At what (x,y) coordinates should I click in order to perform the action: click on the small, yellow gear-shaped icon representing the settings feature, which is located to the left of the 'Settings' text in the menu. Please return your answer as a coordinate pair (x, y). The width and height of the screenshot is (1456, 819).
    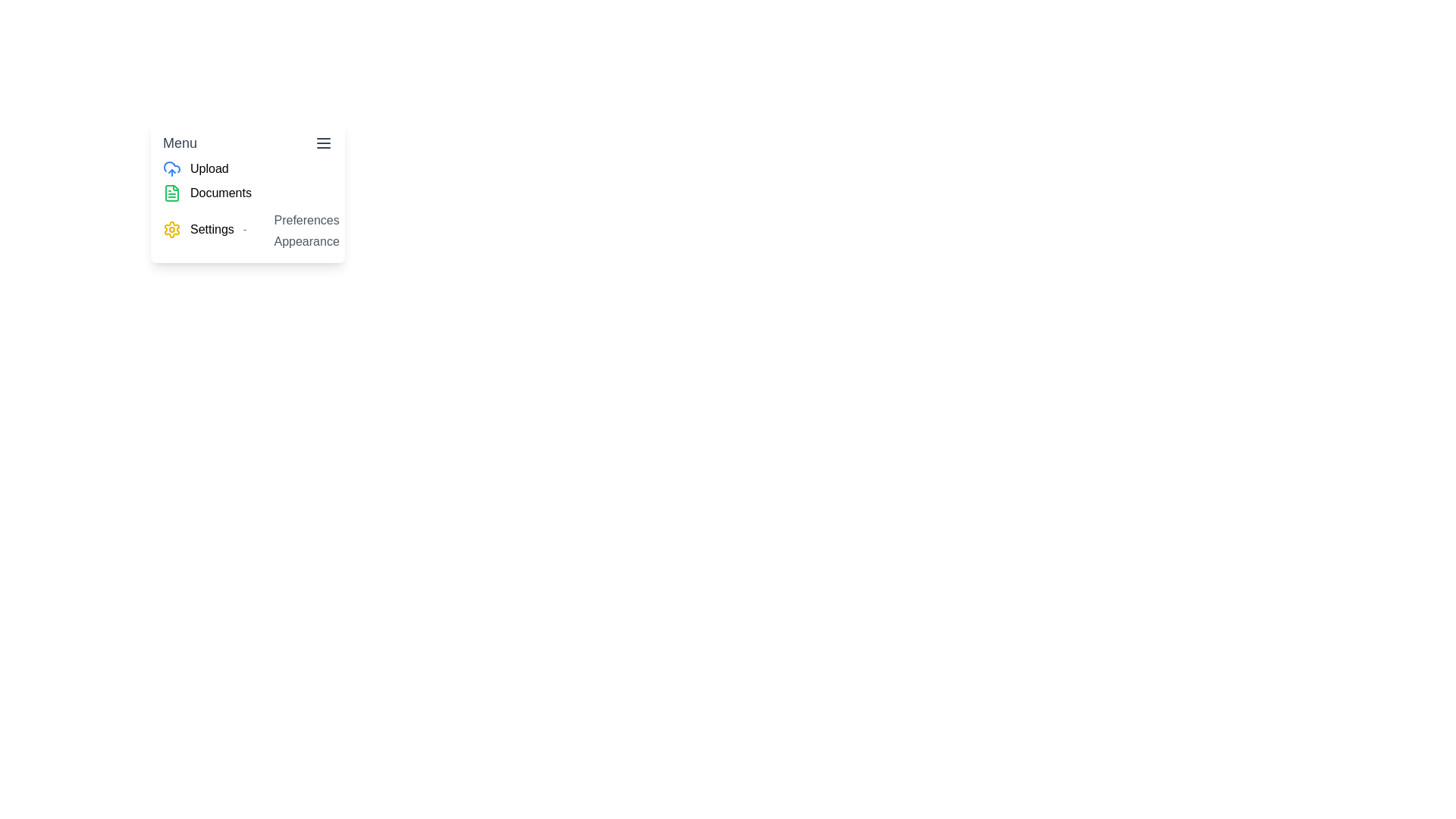
    Looking at the image, I should click on (171, 230).